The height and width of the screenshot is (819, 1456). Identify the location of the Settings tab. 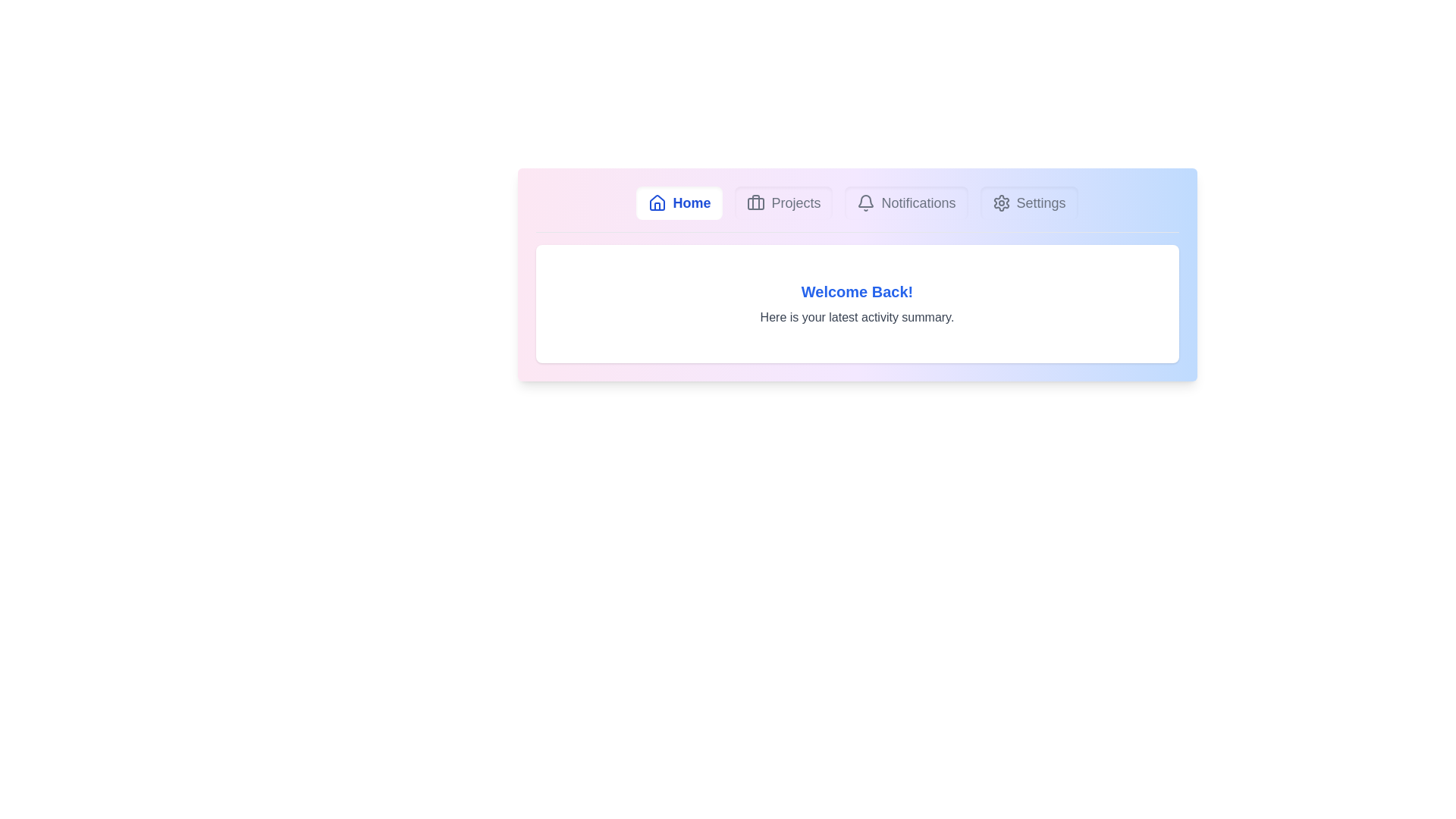
(1029, 202).